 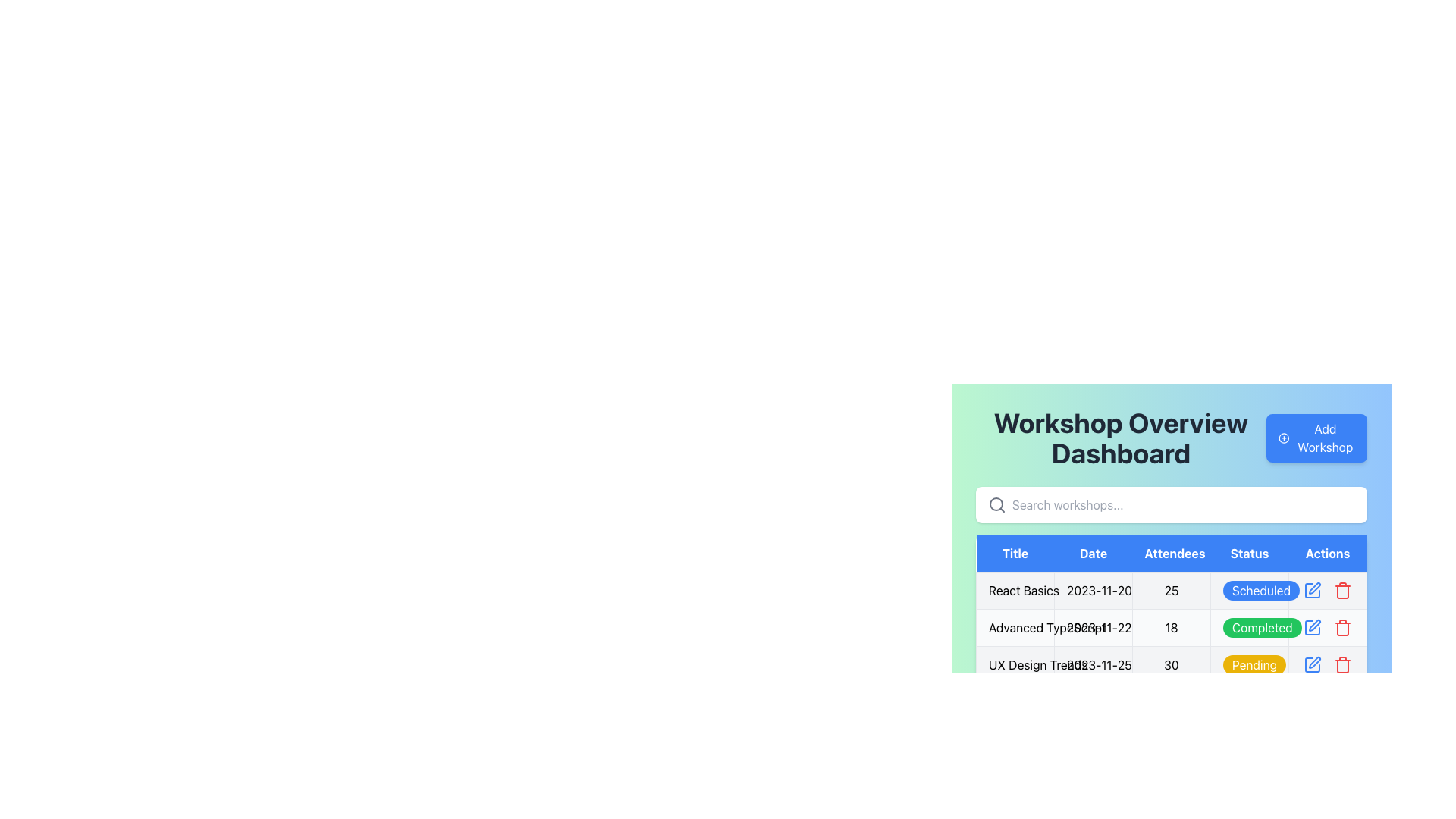 I want to click on the 'Title' table header cell, which is a rectangular button with white text on a blue background, to sort the column, so click(x=1015, y=553).